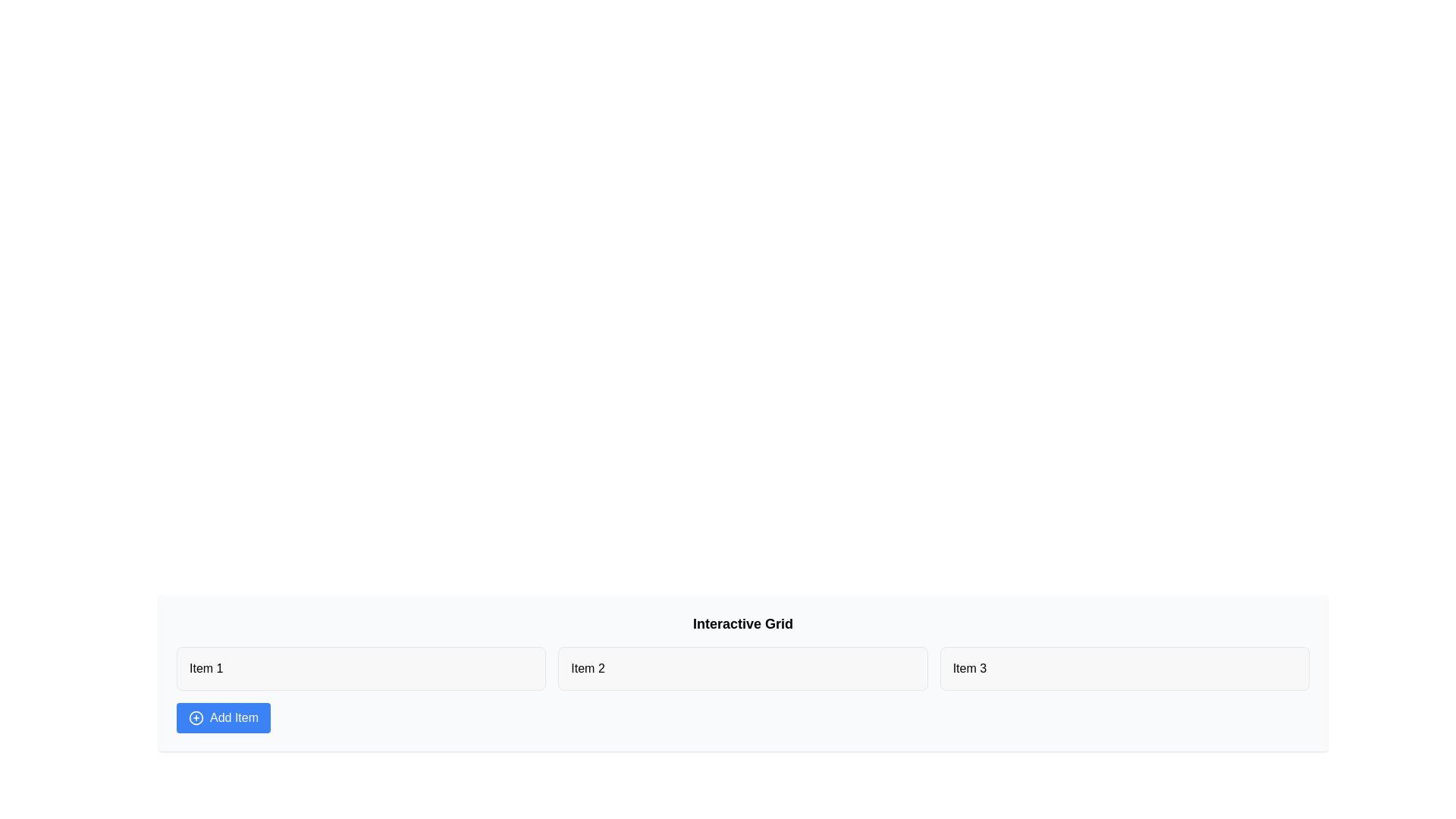 The image size is (1456, 819). Describe the element at coordinates (222, 717) in the screenshot. I see `the 'Add Item' button to add a new item to the grid` at that location.